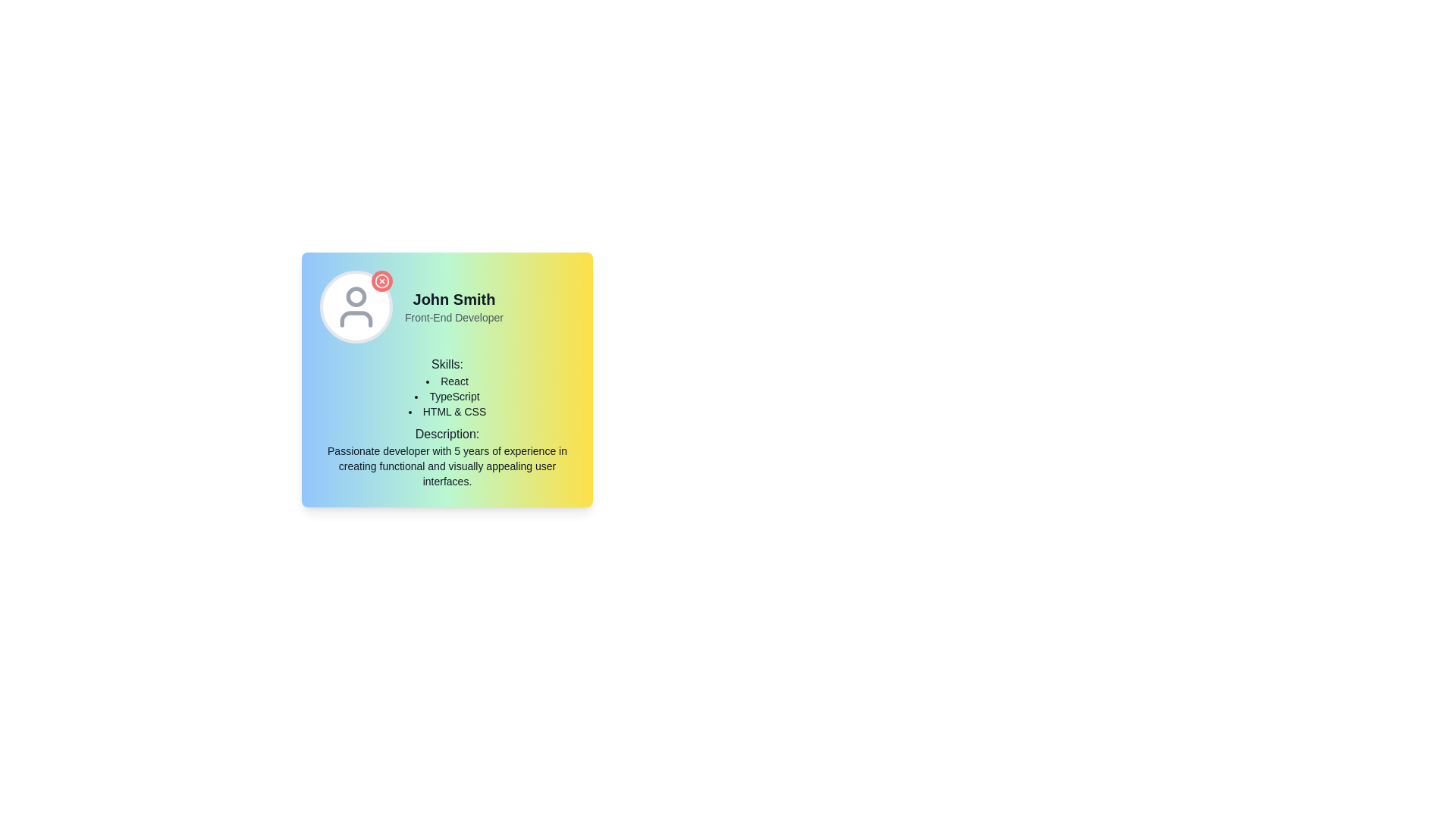 Image resolution: width=1456 pixels, height=819 pixels. What do you see at coordinates (447, 422) in the screenshot?
I see `text content of the Text block that describes the skills and experience of the individual, located below the header 'John Smith' and his title 'Front-End Developer' within a rectangular card` at bounding box center [447, 422].